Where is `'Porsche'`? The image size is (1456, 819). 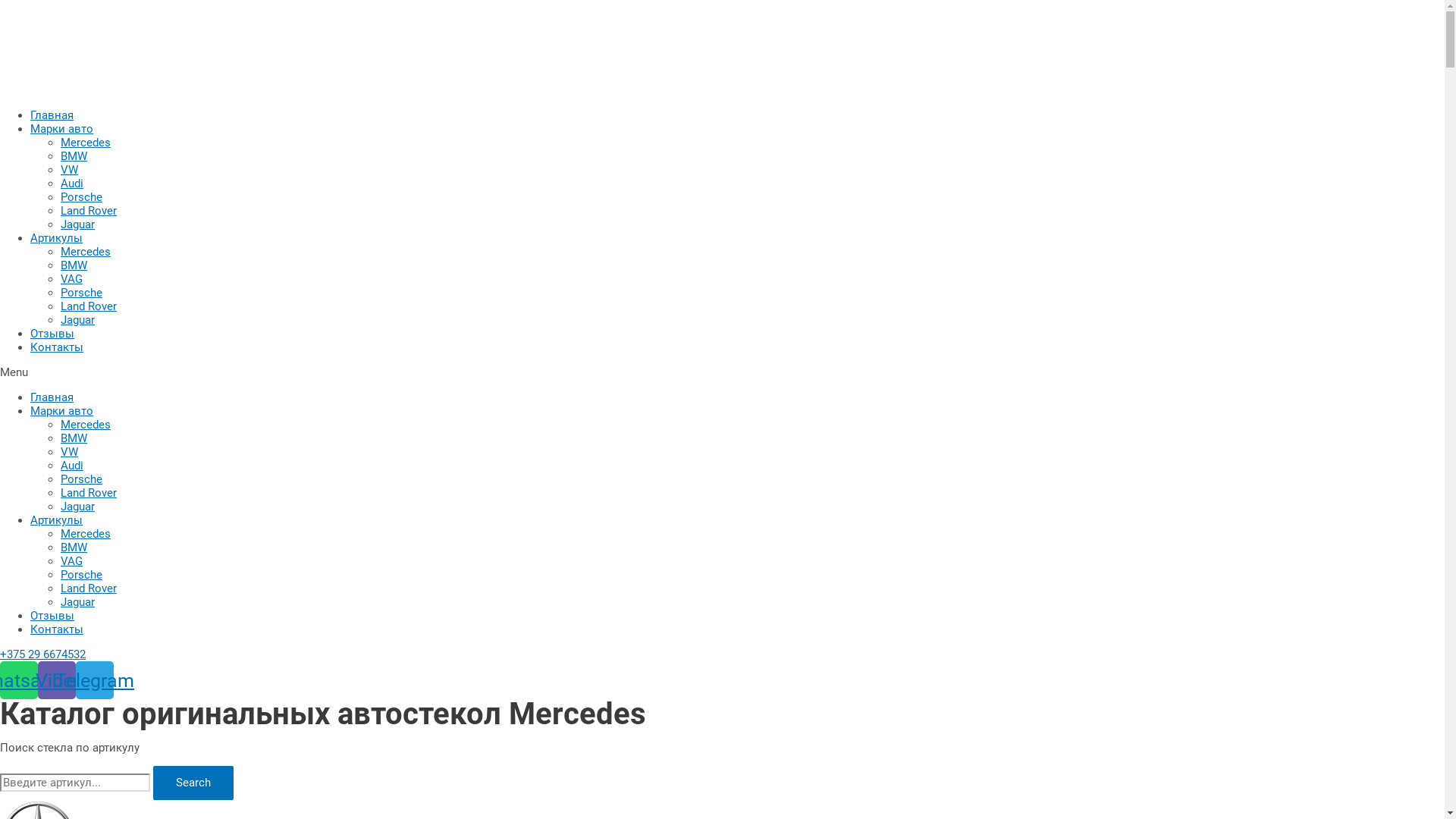
'Porsche' is located at coordinates (80, 196).